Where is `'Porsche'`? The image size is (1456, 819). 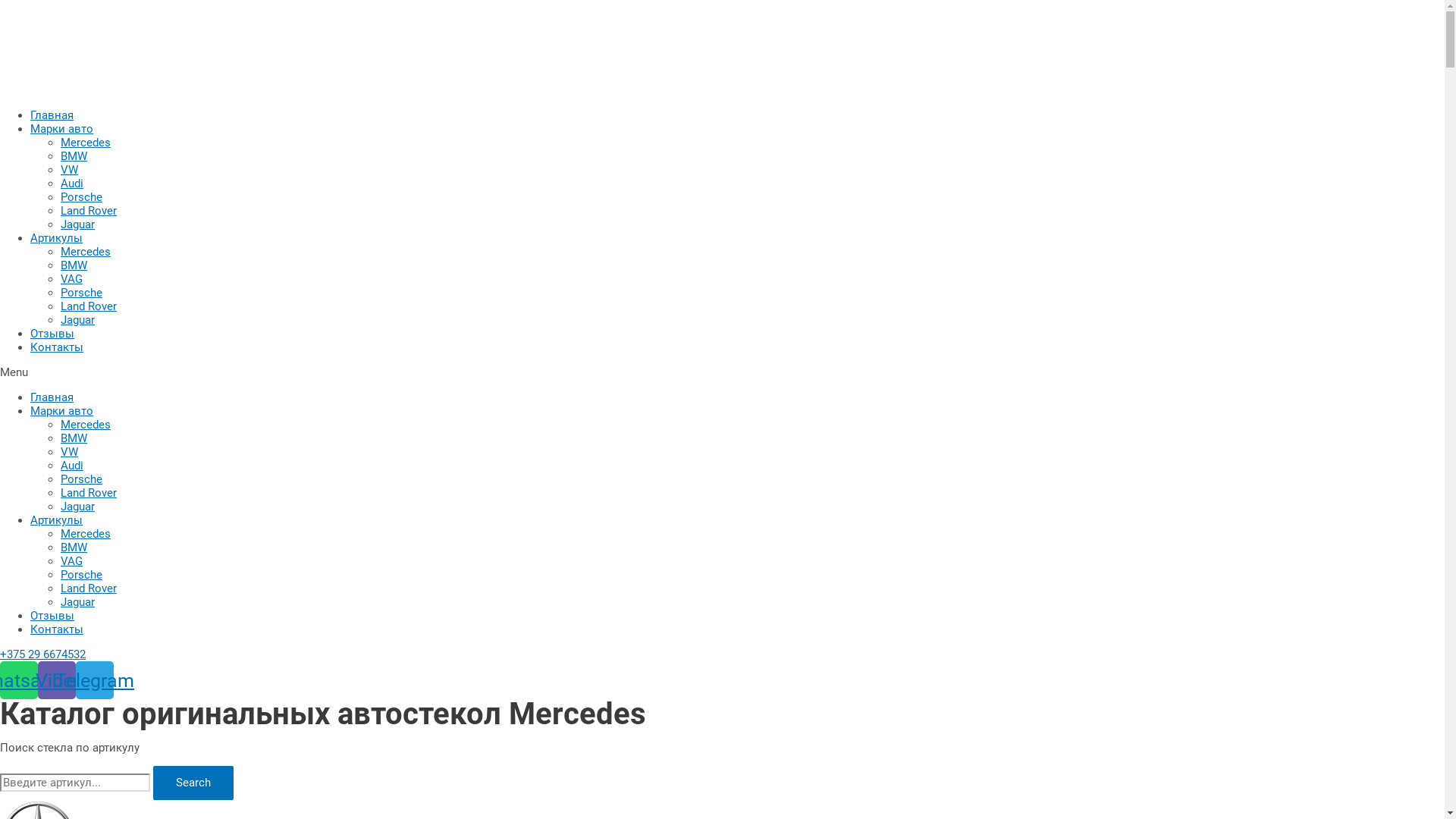
'Porsche' is located at coordinates (80, 196).